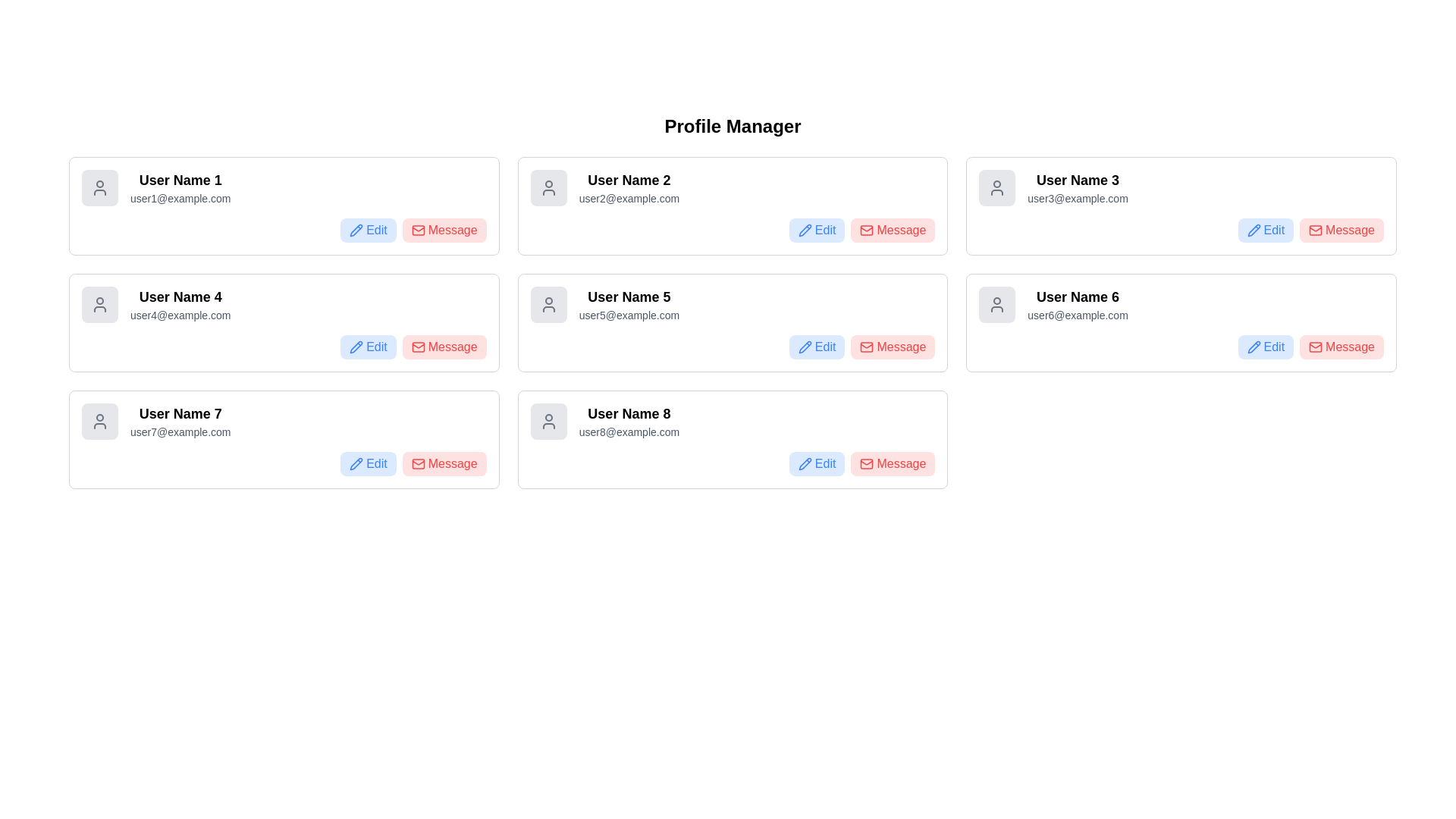 The height and width of the screenshot is (819, 1456). Describe the element at coordinates (997, 187) in the screenshot. I see `the user profile icon representing 'User Name 3' located in the top-right corner of the interface` at that location.